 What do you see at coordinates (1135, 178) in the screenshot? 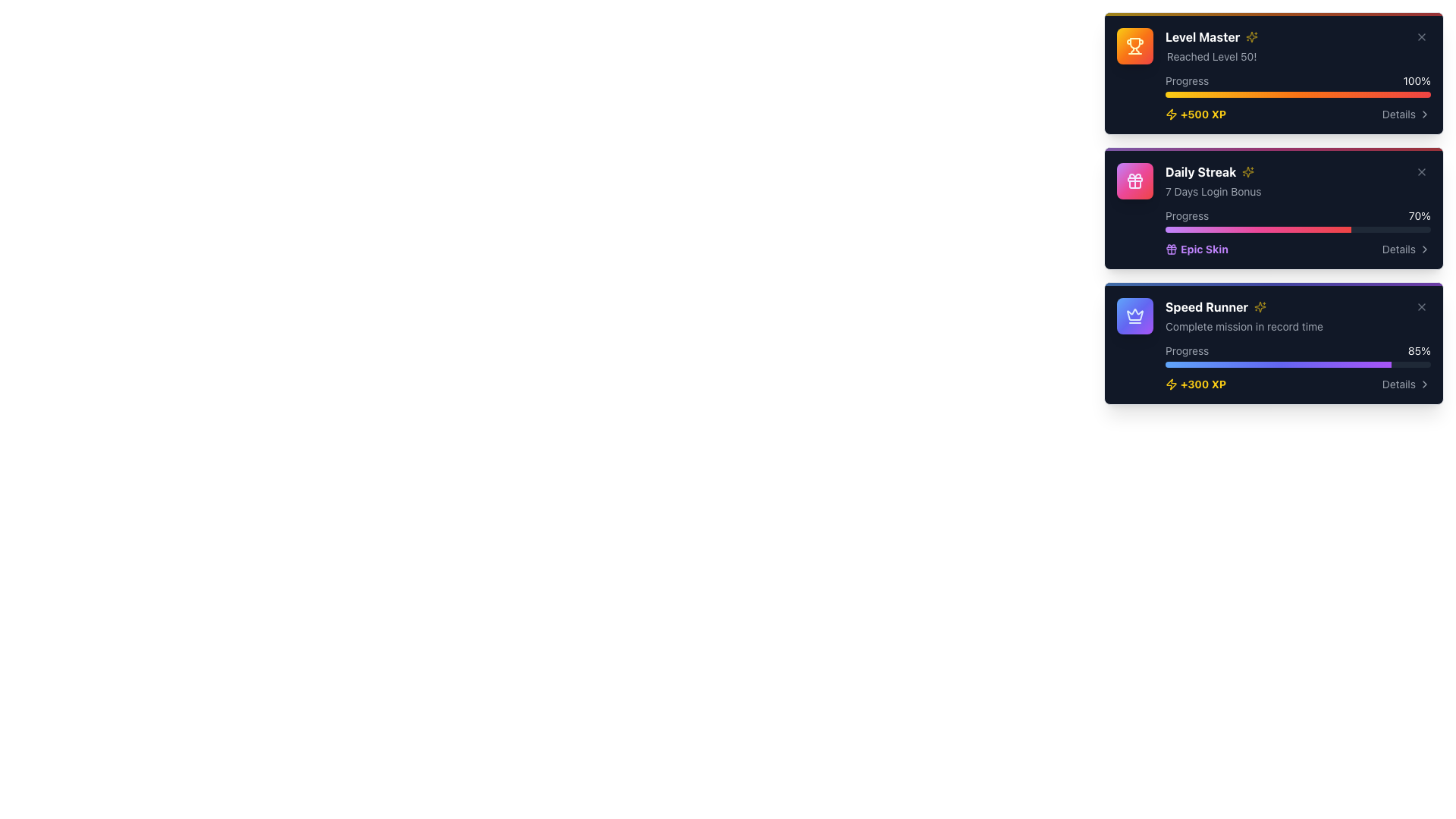
I see `the Decorative Rectangle element within the gift icon, located at the top portion of the icon area, which is part of a larger grouping of reward badges` at bounding box center [1135, 178].